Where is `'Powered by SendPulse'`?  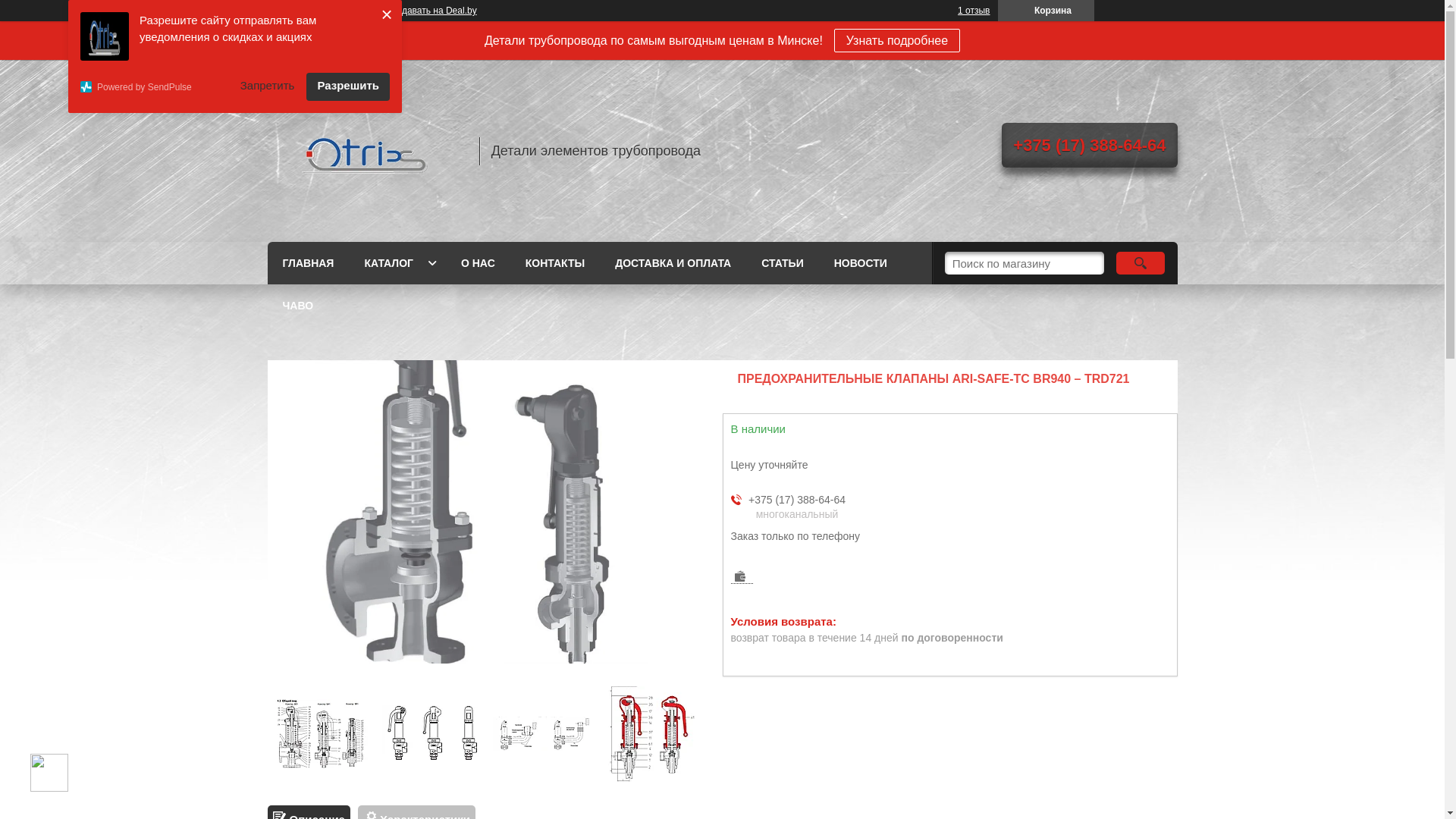
'Powered by SendPulse' is located at coordinates (154, 86).